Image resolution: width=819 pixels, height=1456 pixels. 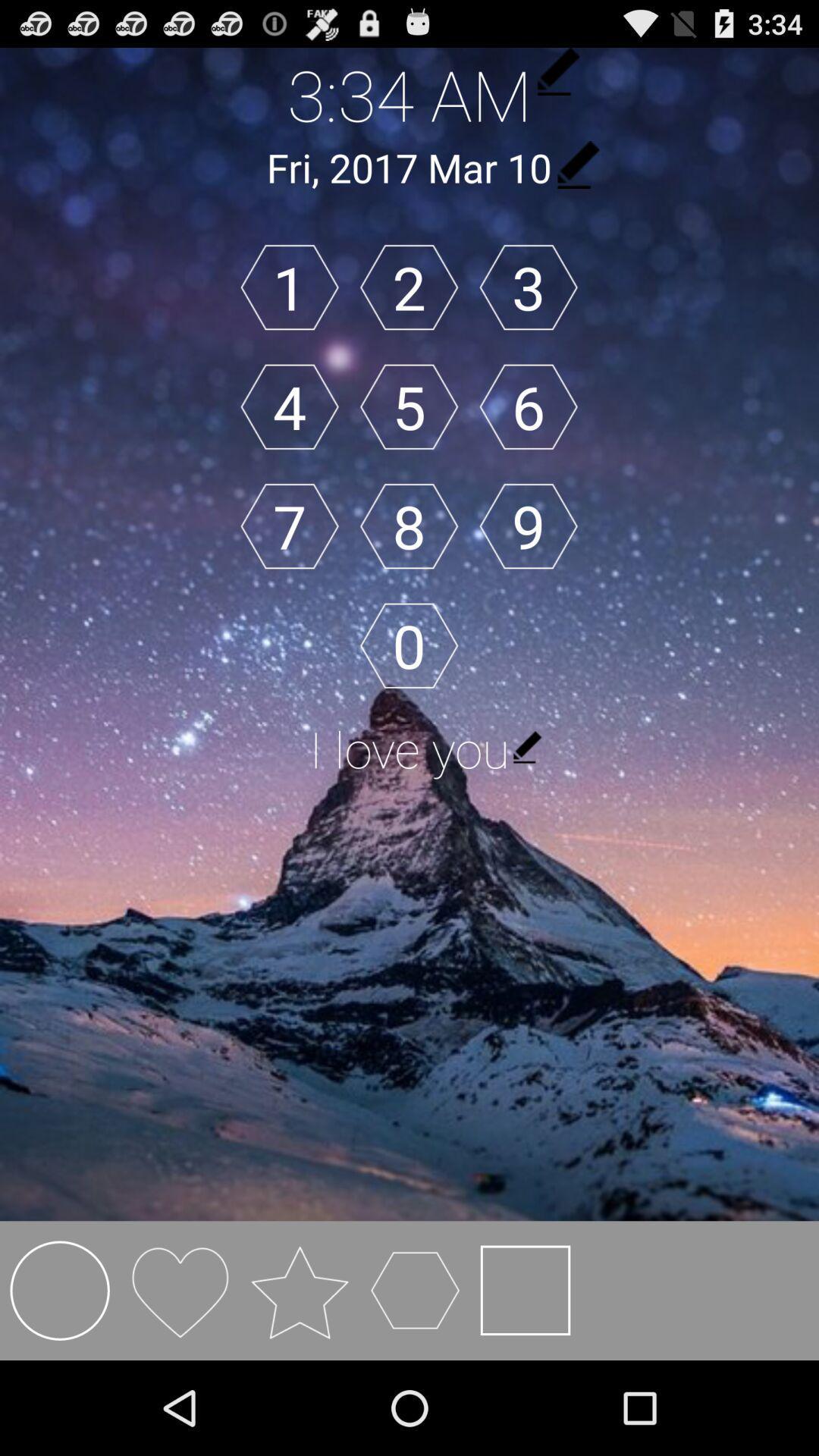 What do you see at coordinates (290, 287) in the screenshot?
I see `app below fri 2017 mar item` at bounding box center [290, 287].